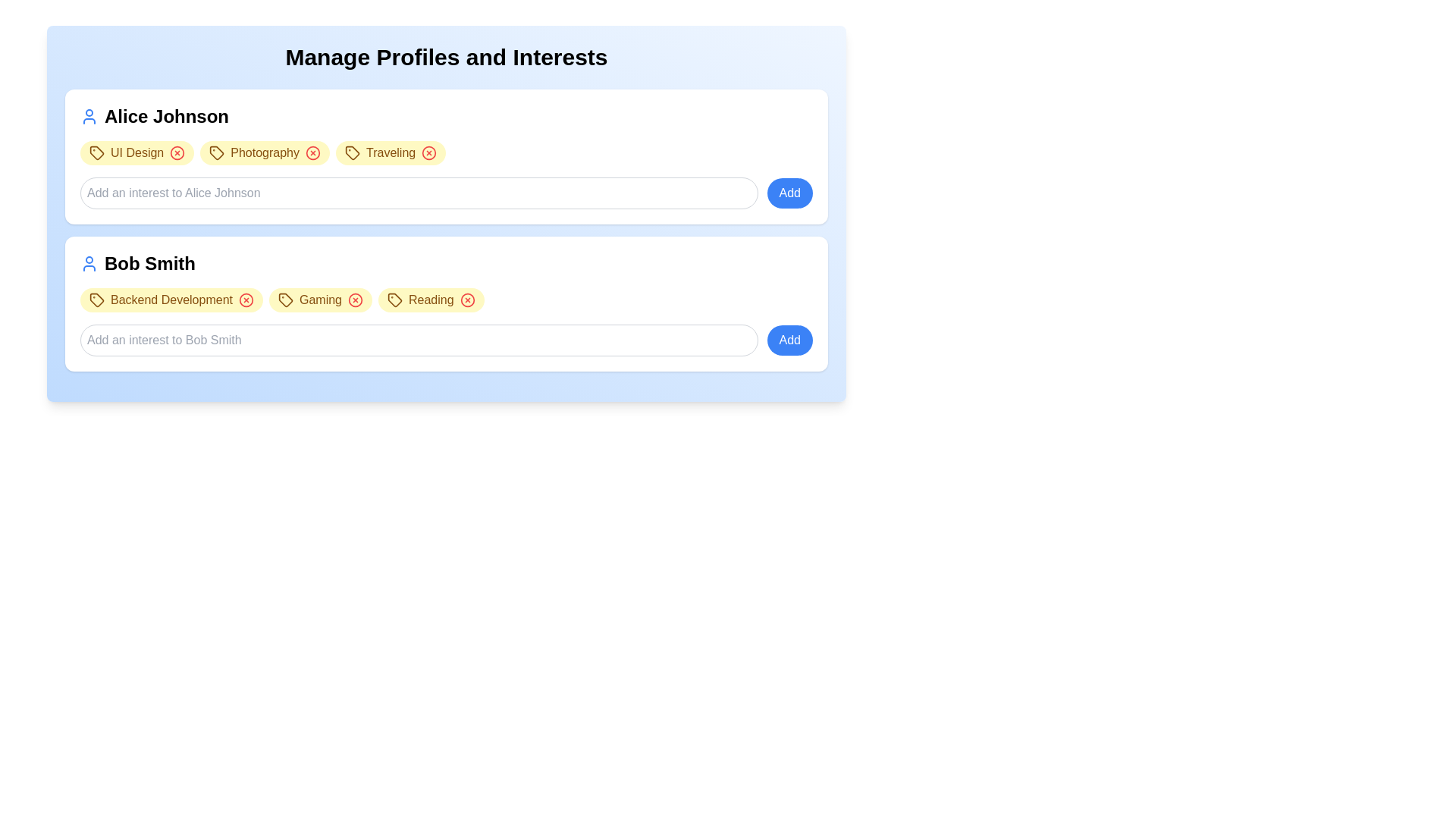 Image resolution: width=1456 pixels, height=819 pixels. Describe the element at coordinates (466, 300) in the screenshot. I see `the circular red button with a white cross in the middle located in the 'Manage Profiles and Interests' interface, to the right of the 'Reading' tag for 'Bob Smith'` at that location.